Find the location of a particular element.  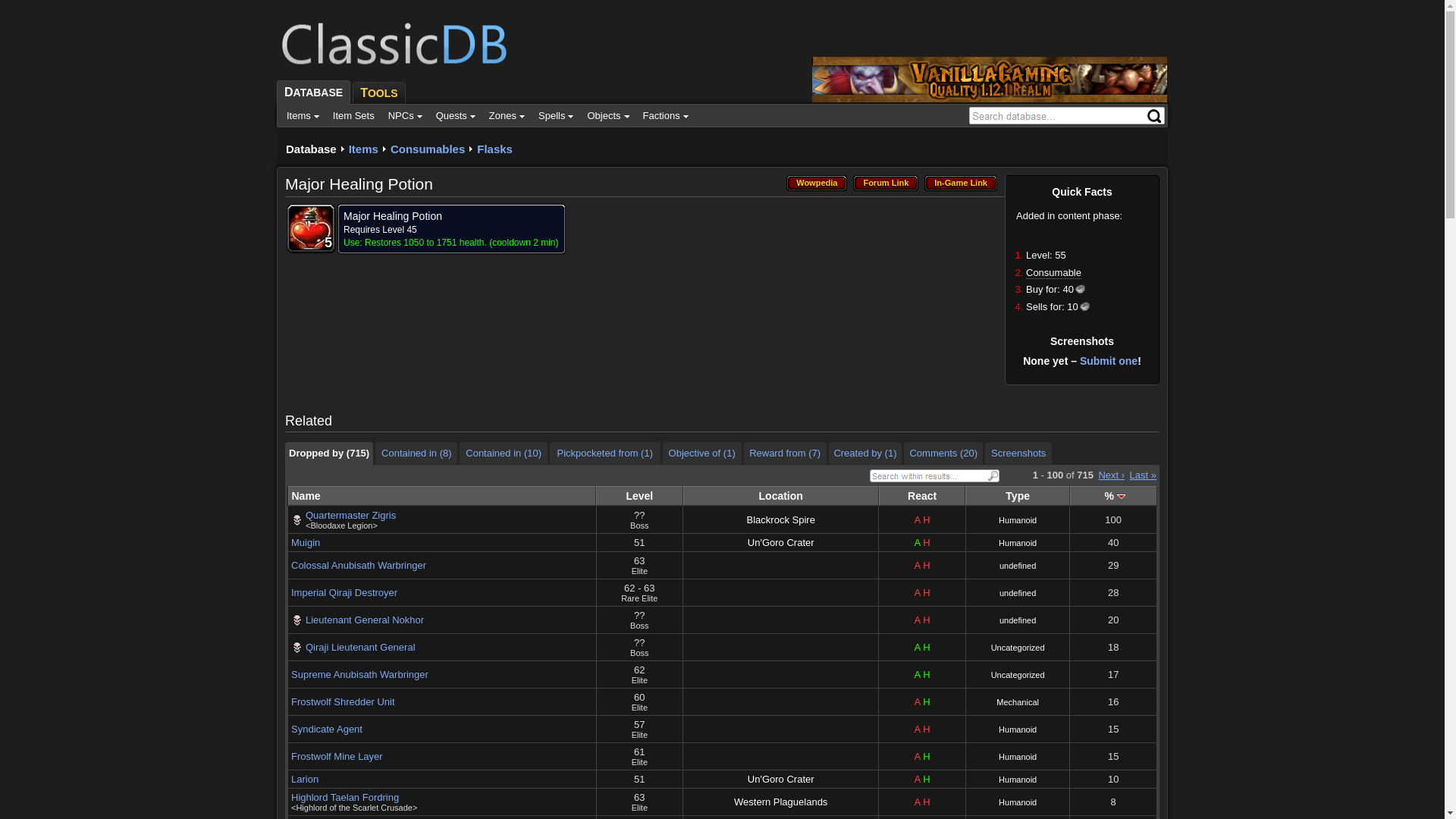

'Location' is located at coordinates (781, 496).